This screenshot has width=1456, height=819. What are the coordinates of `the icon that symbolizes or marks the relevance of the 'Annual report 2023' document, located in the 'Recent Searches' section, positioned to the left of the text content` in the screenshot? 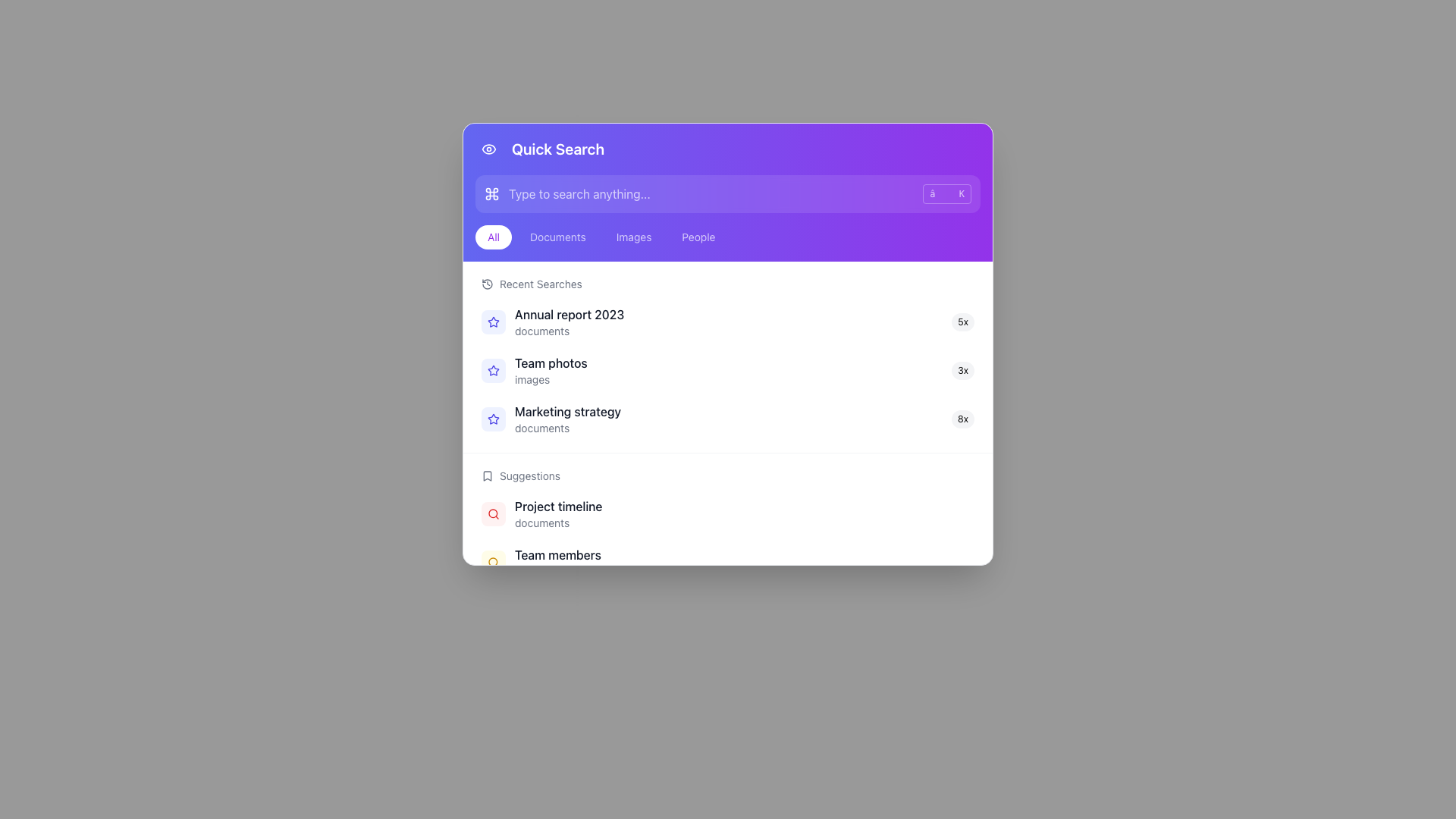 It's located at (494, 321).